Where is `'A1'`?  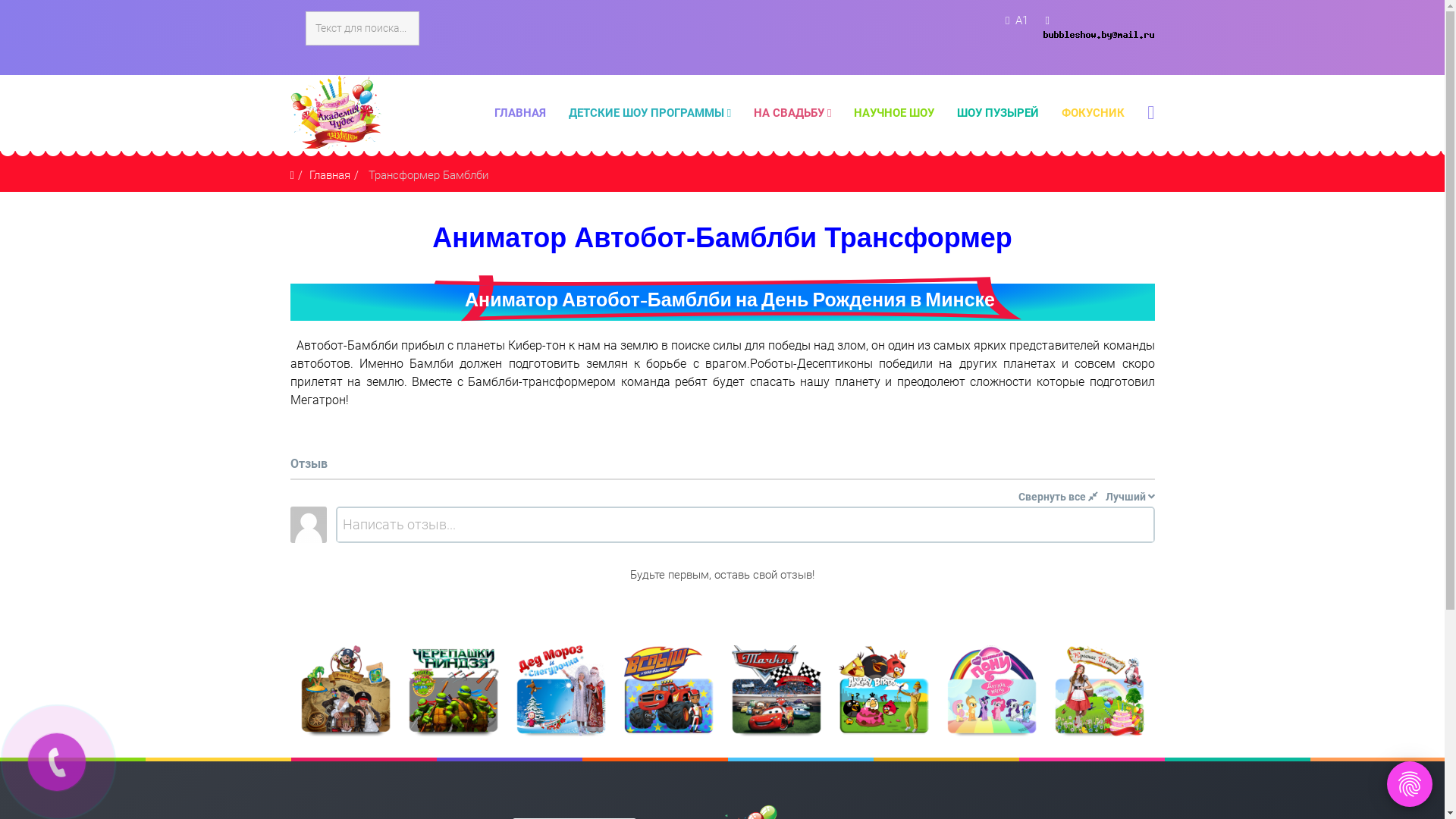 'A1' is located at coordinates (1021, 20).